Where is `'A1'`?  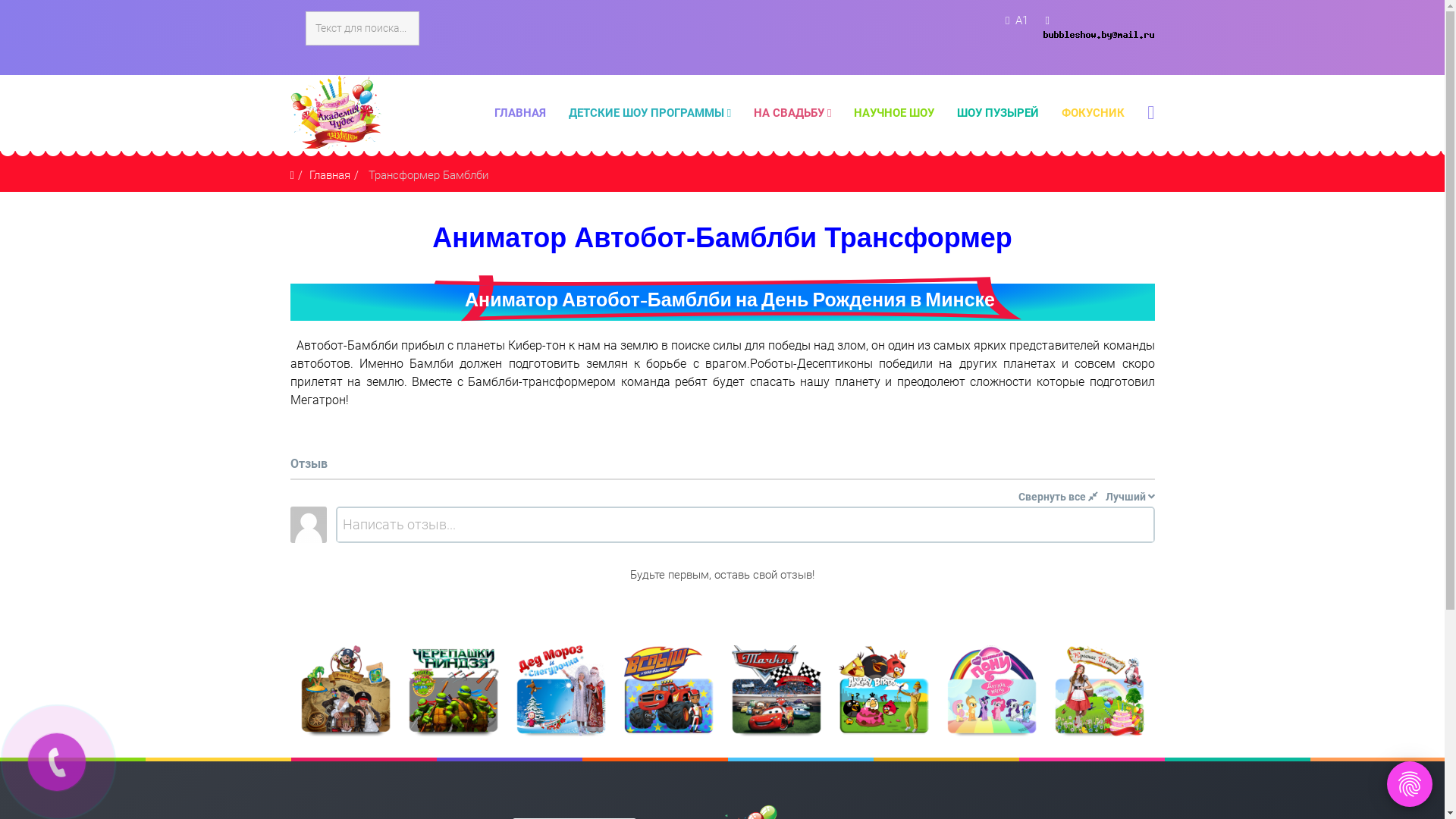 'A1' is located at coordinates (1021, 20).